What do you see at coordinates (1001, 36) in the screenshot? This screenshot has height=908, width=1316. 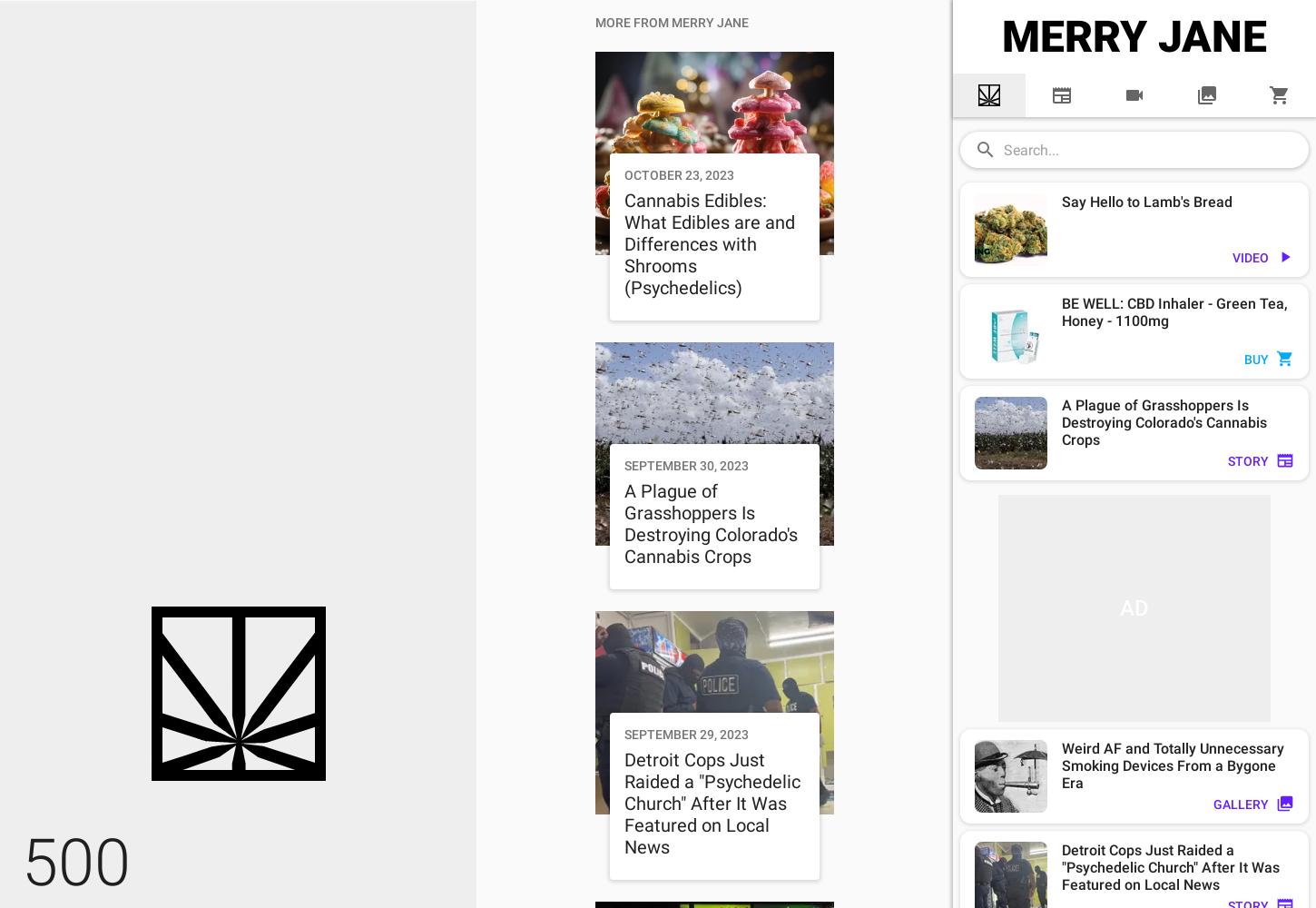 I see `'MERRY JANE'` at bounding box center [1001, 36].